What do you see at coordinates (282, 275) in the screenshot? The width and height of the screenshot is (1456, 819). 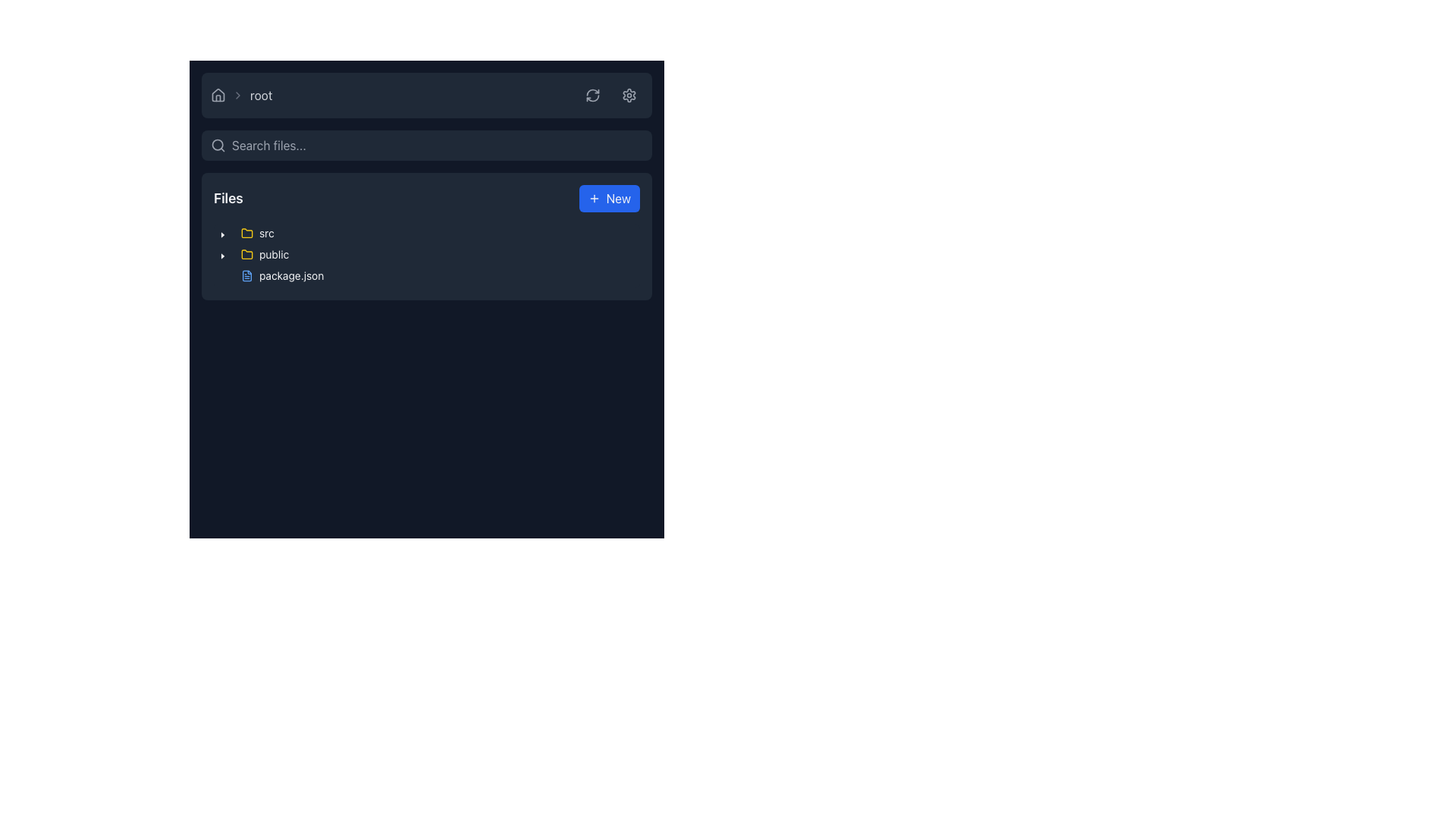 I see `the 'package.json' file node in the file directory` at bounding box center [282, 275].